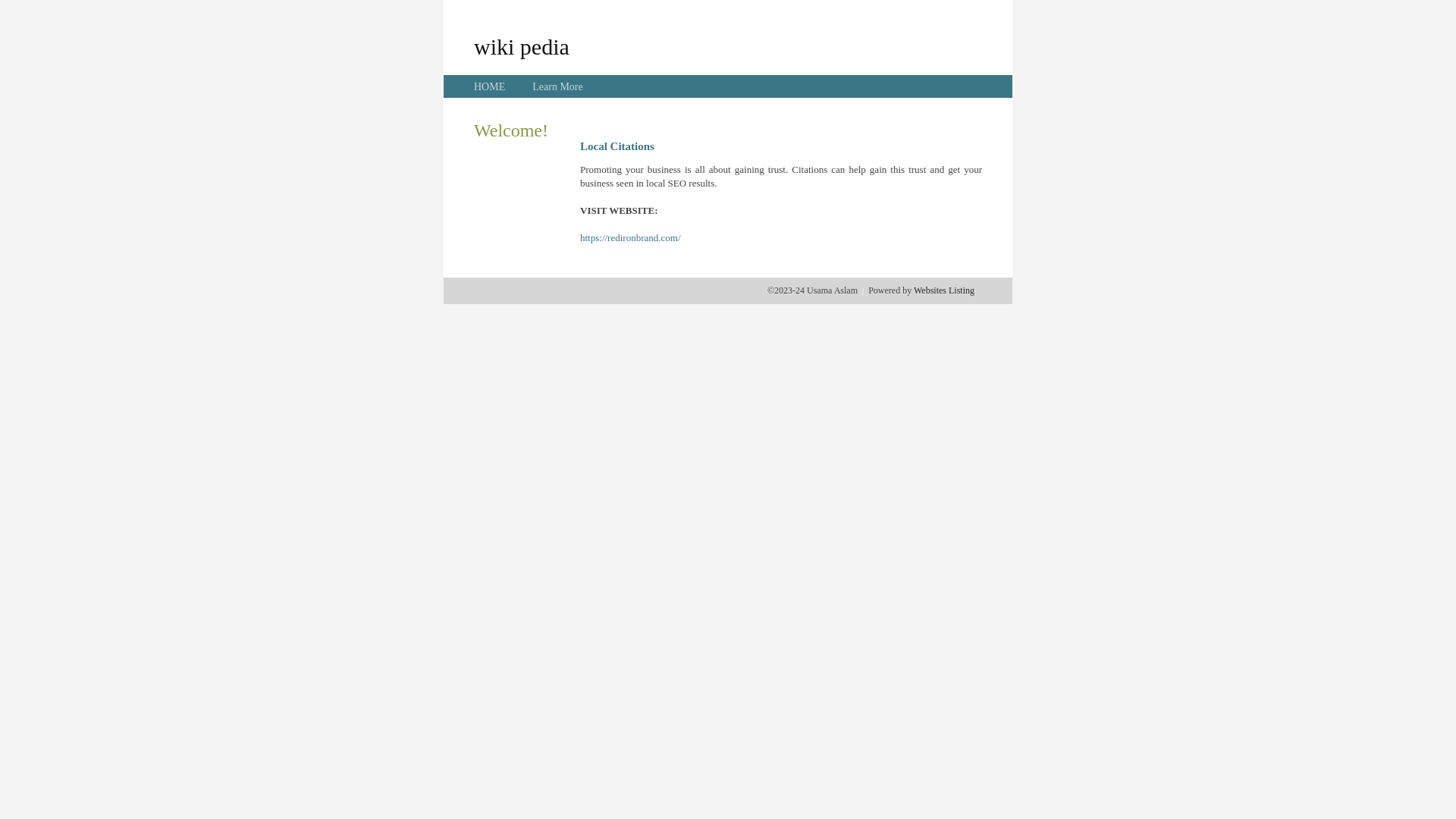 This screenshot has height=819, width=1456. What do you see at coordinates (556, 86) in the screenshot?
I see `'Learn More'` at bounding box center [556, 86].